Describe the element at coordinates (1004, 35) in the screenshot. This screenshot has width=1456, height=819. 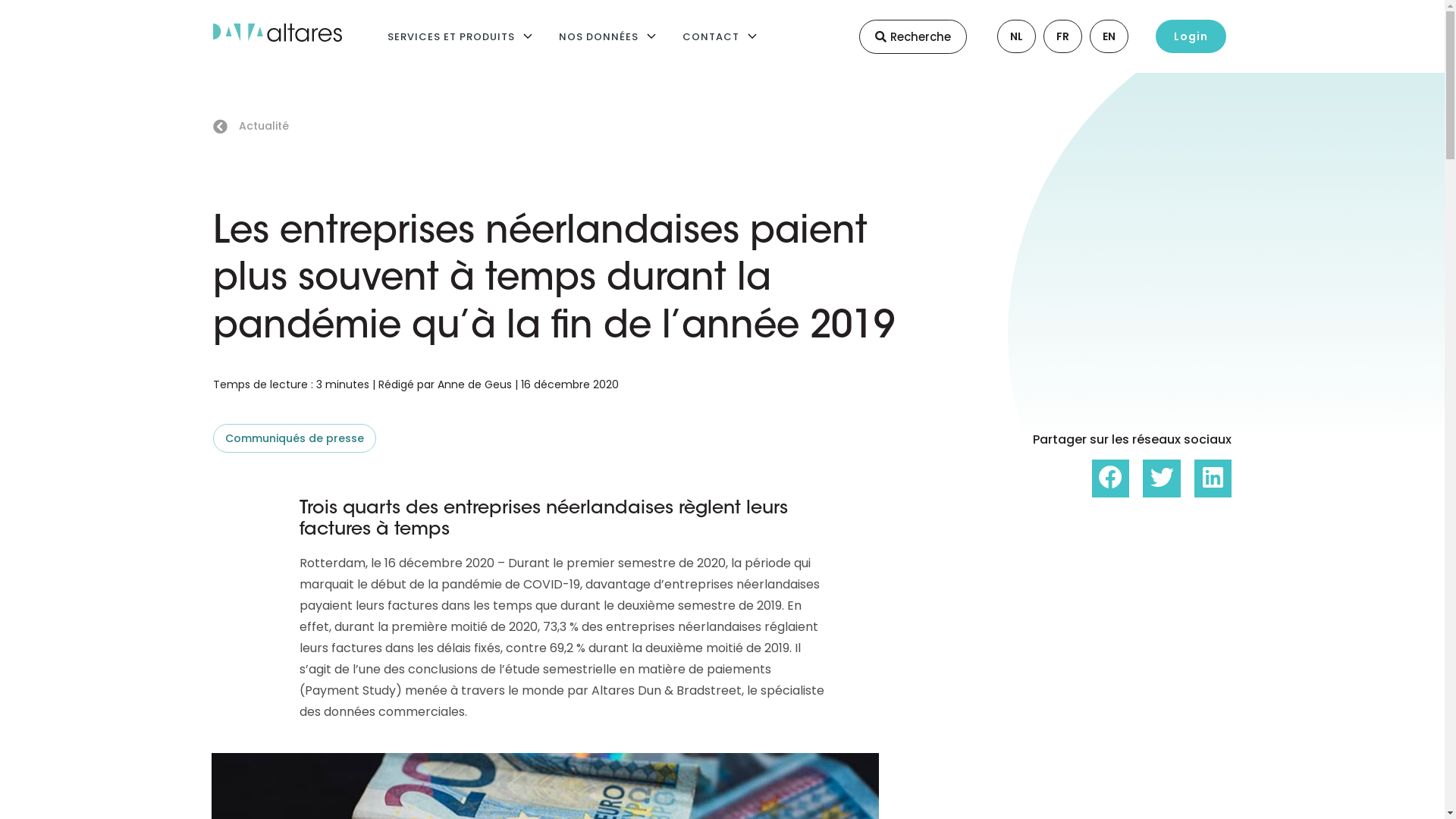
I see `'NL'` at that location.